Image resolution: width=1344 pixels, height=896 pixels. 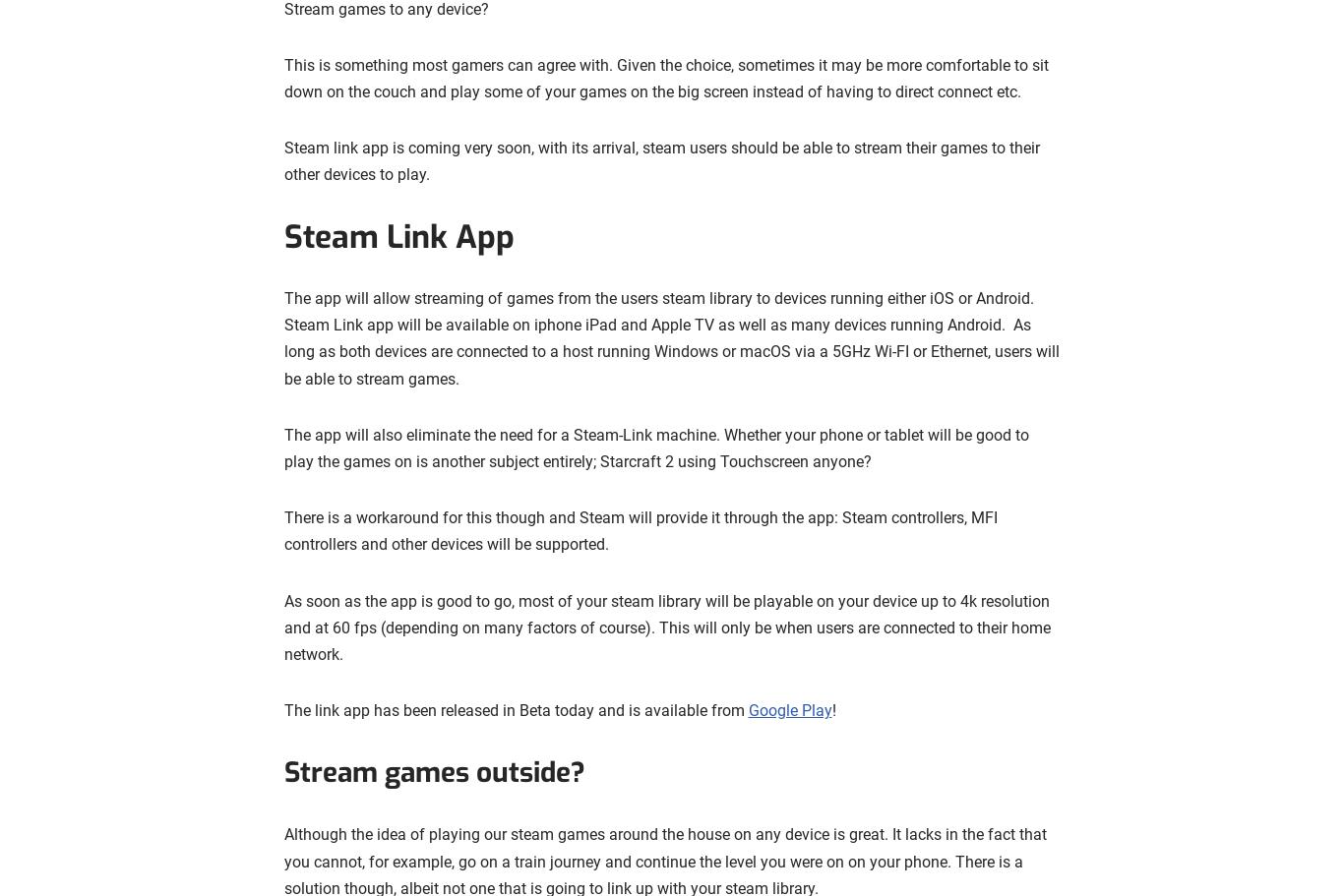 What do you see at coordinates (664, 78) in the screenshot?
I see `'This is something most gamers can agree with. Given the choice, sometimes it may be more comfortable to sit down on the couch and play some of your games on the big screen instead of having to direct connect etc.'` at bounding box center [664, 78].